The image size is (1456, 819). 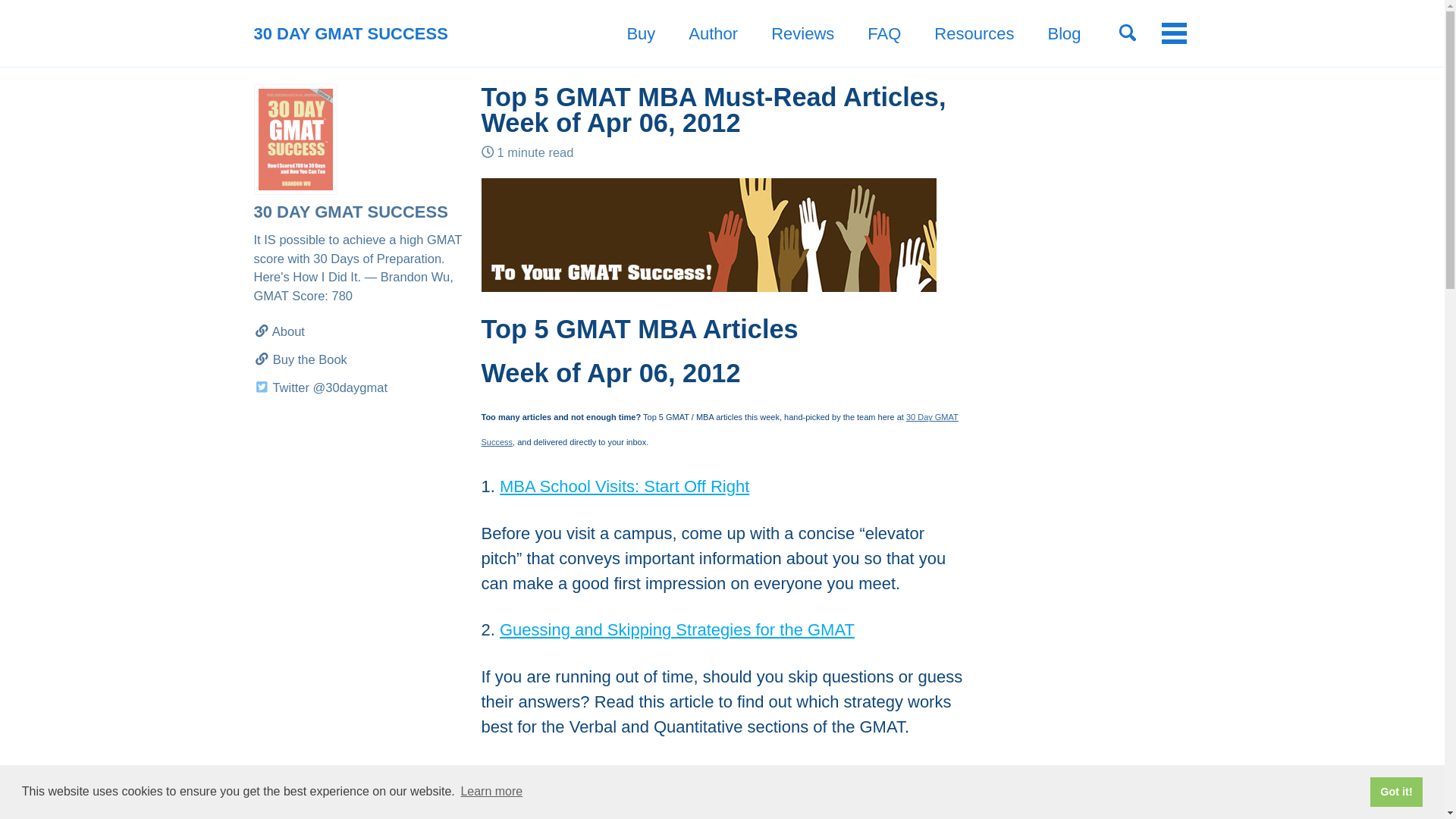 I want to click on 'Learn more', so click(x=491, y=791).